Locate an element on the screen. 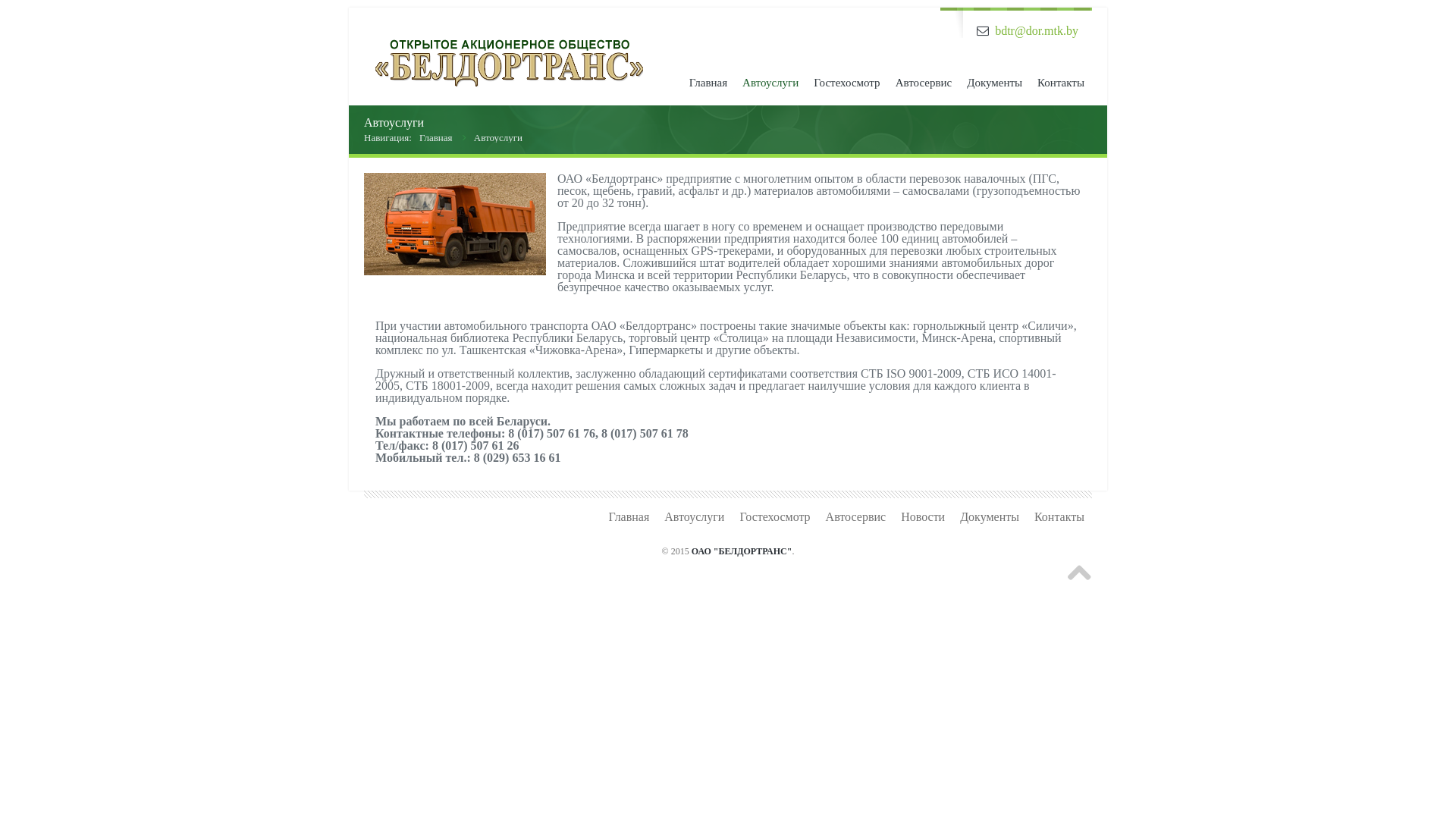 The height and width of the screenshot is (819, 1456). 'bdtr@dor.mtk.by' is located at coordinates (1036, 30).